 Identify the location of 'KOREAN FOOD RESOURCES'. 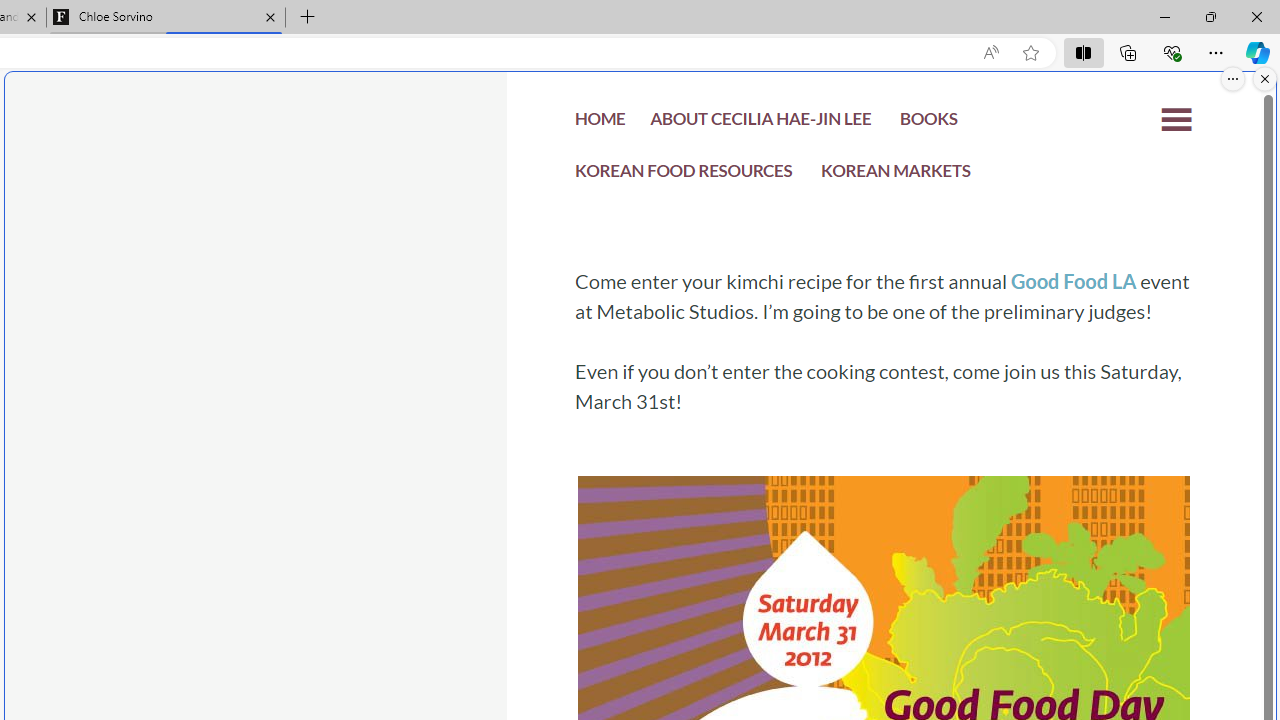
(684, 172).